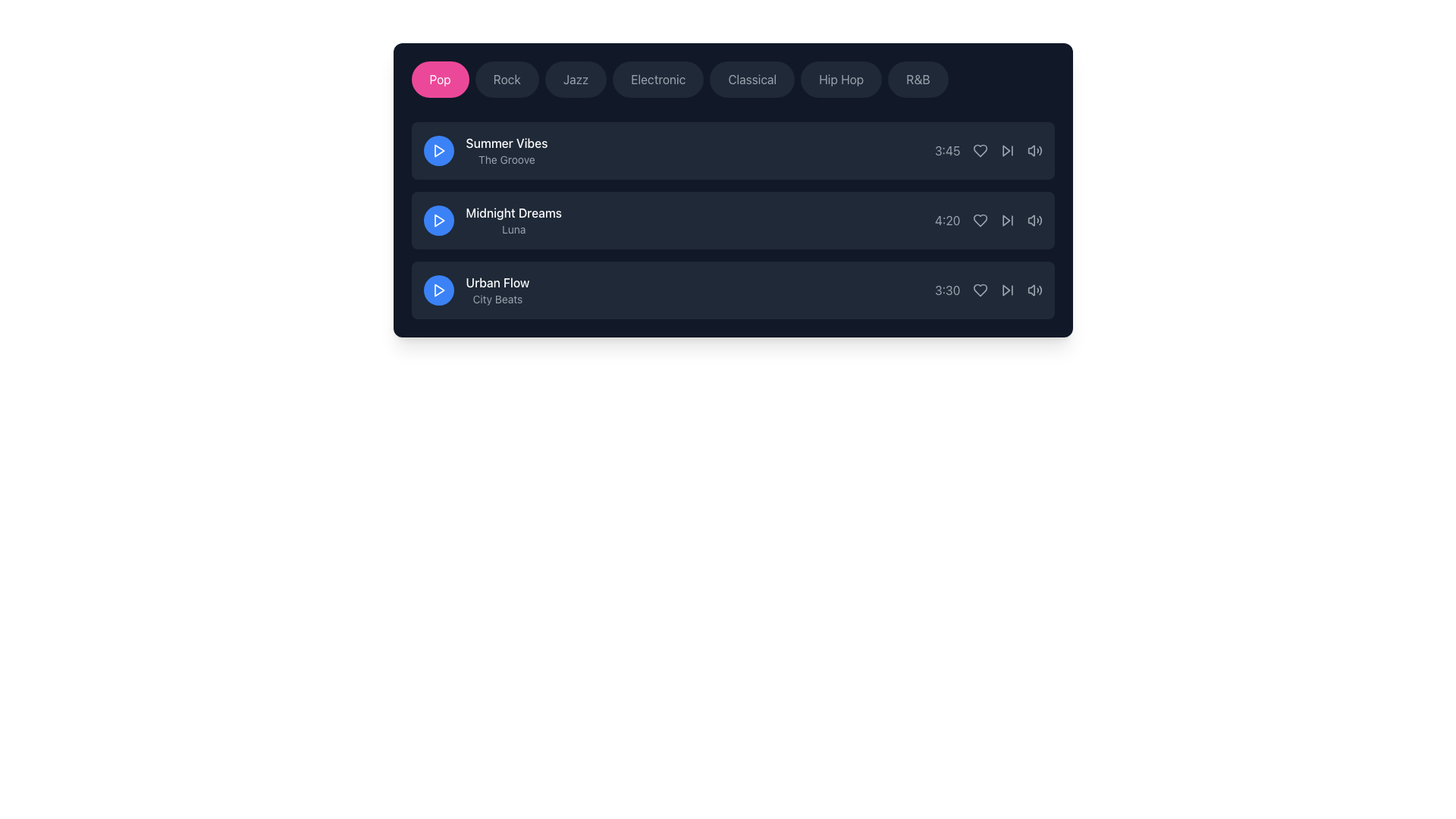 The image size is (1456, 819). Describe the element at coordinates (513, 220) in the screenshot. I see `the title and artist name display component located in the second row of the vertically listed menu` at that location.